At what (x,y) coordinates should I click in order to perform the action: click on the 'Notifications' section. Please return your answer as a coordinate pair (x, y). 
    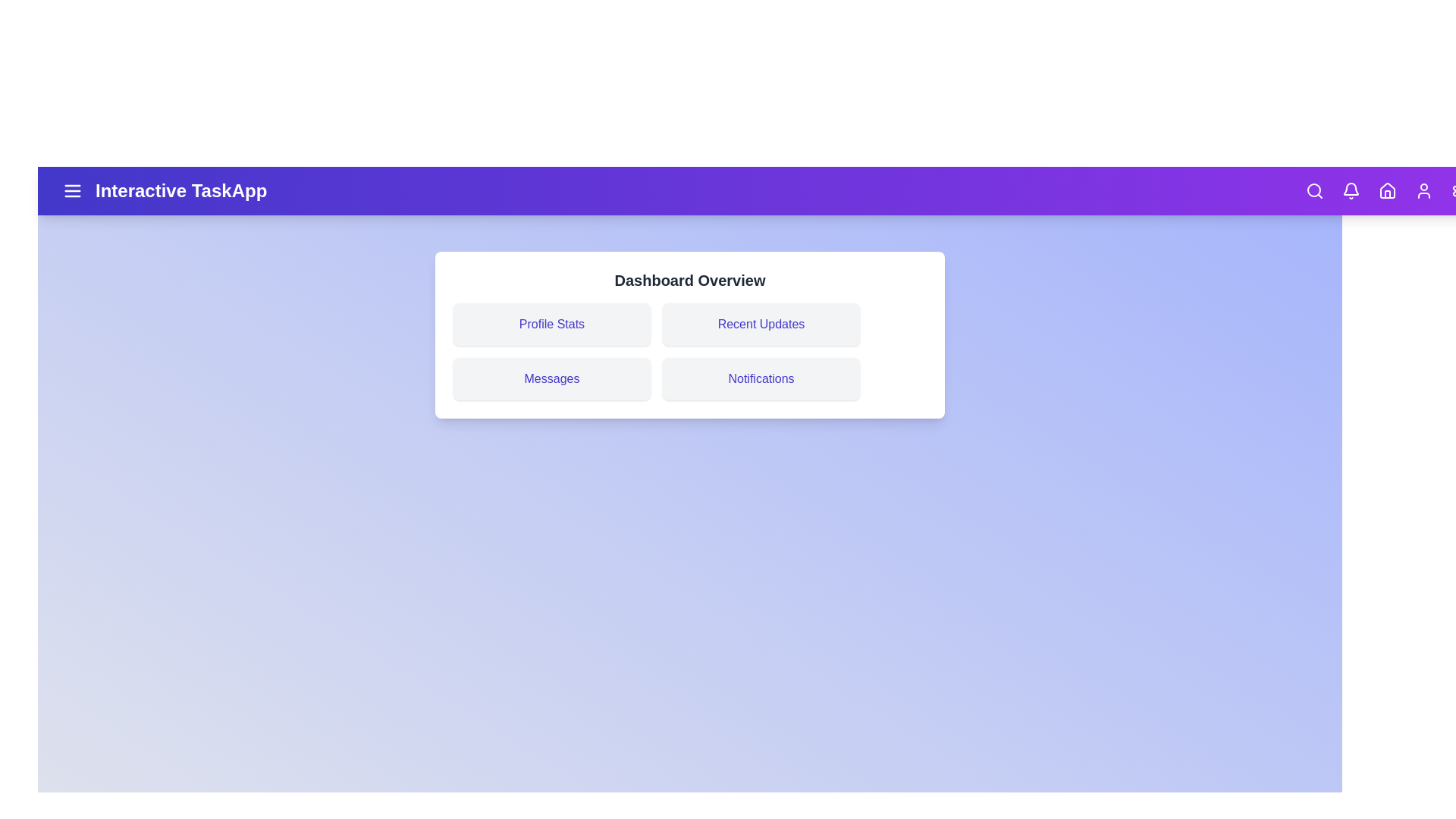
    Looking at the image, I should click on (761, 378).